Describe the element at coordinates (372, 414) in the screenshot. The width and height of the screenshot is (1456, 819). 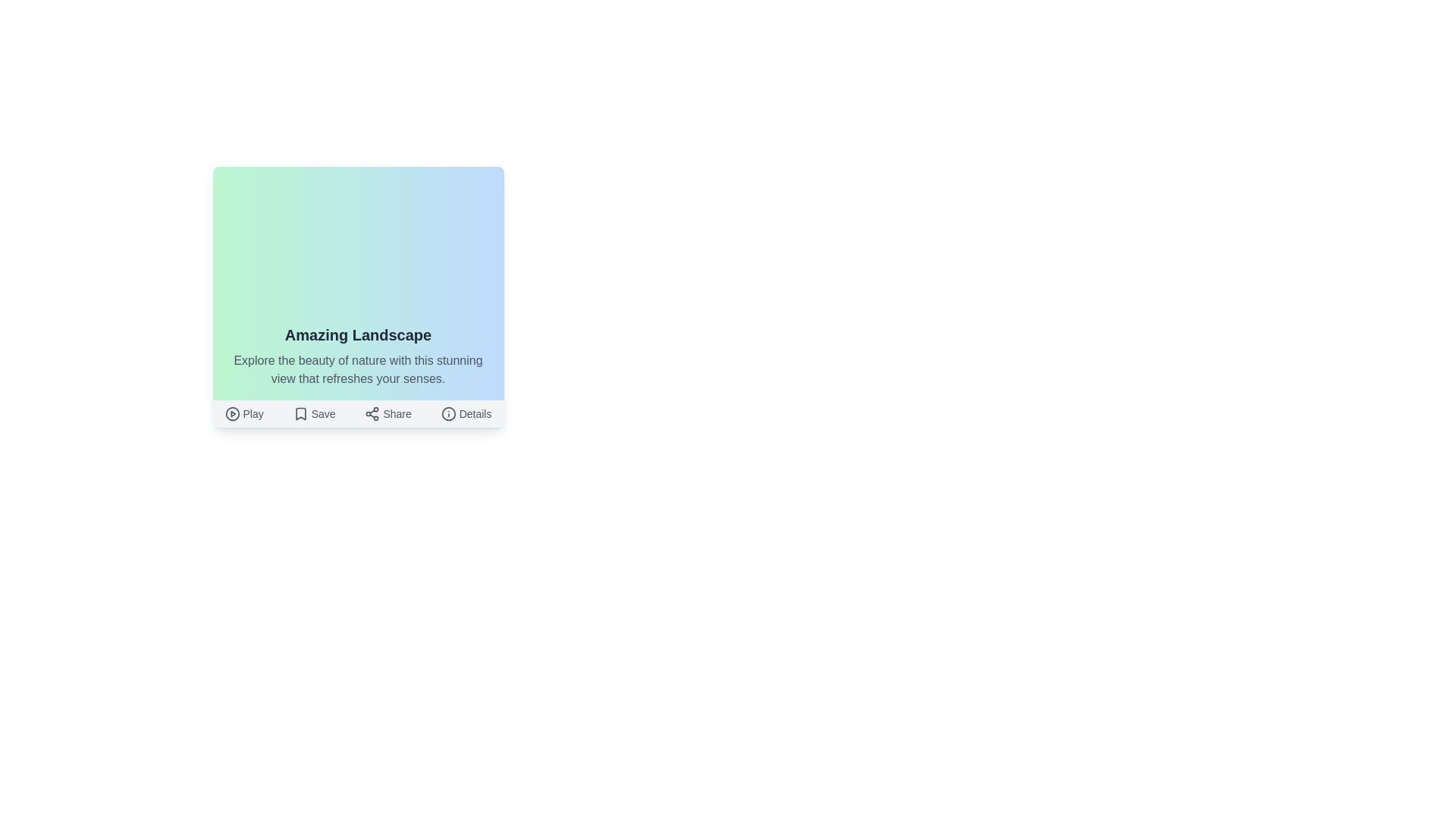
I see `the share icon located at the bottom center of the card, which is the leftmost component of the 'Share' button` at that location.